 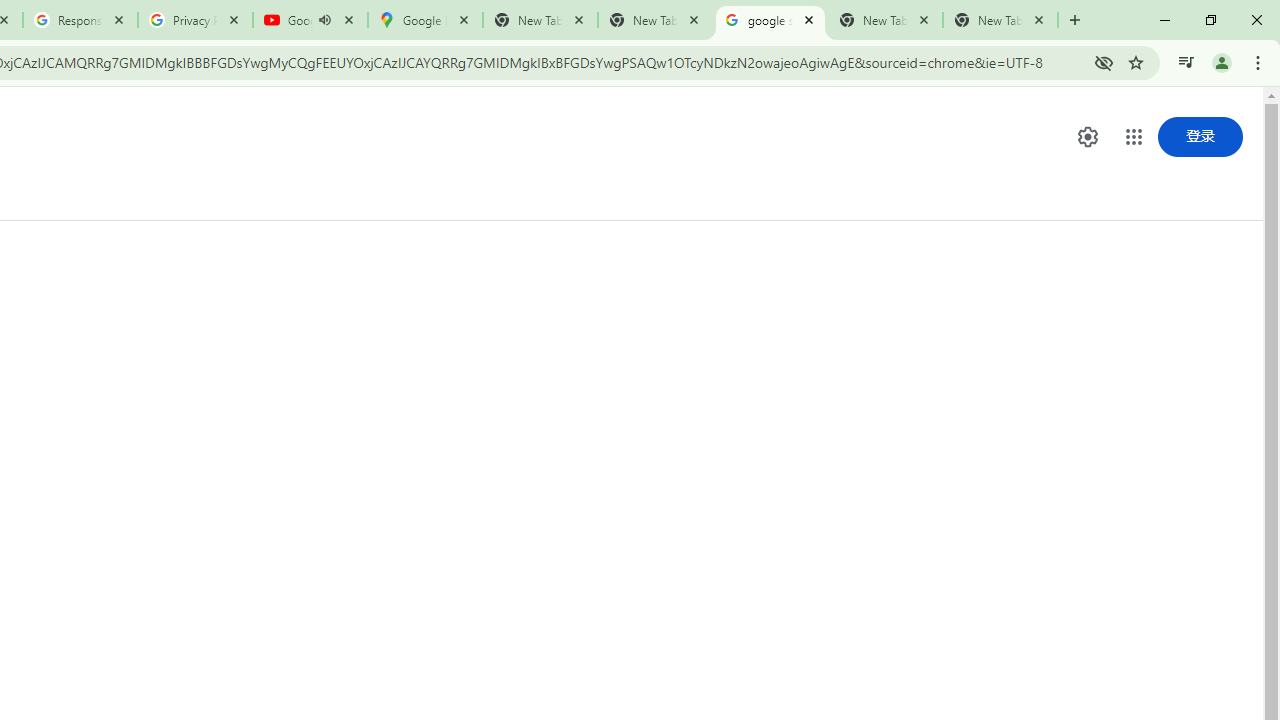 What do you see at coordinates (423, 20) in the screenshot?
I see `'Google Maps'` at bounding box center [423, 20].